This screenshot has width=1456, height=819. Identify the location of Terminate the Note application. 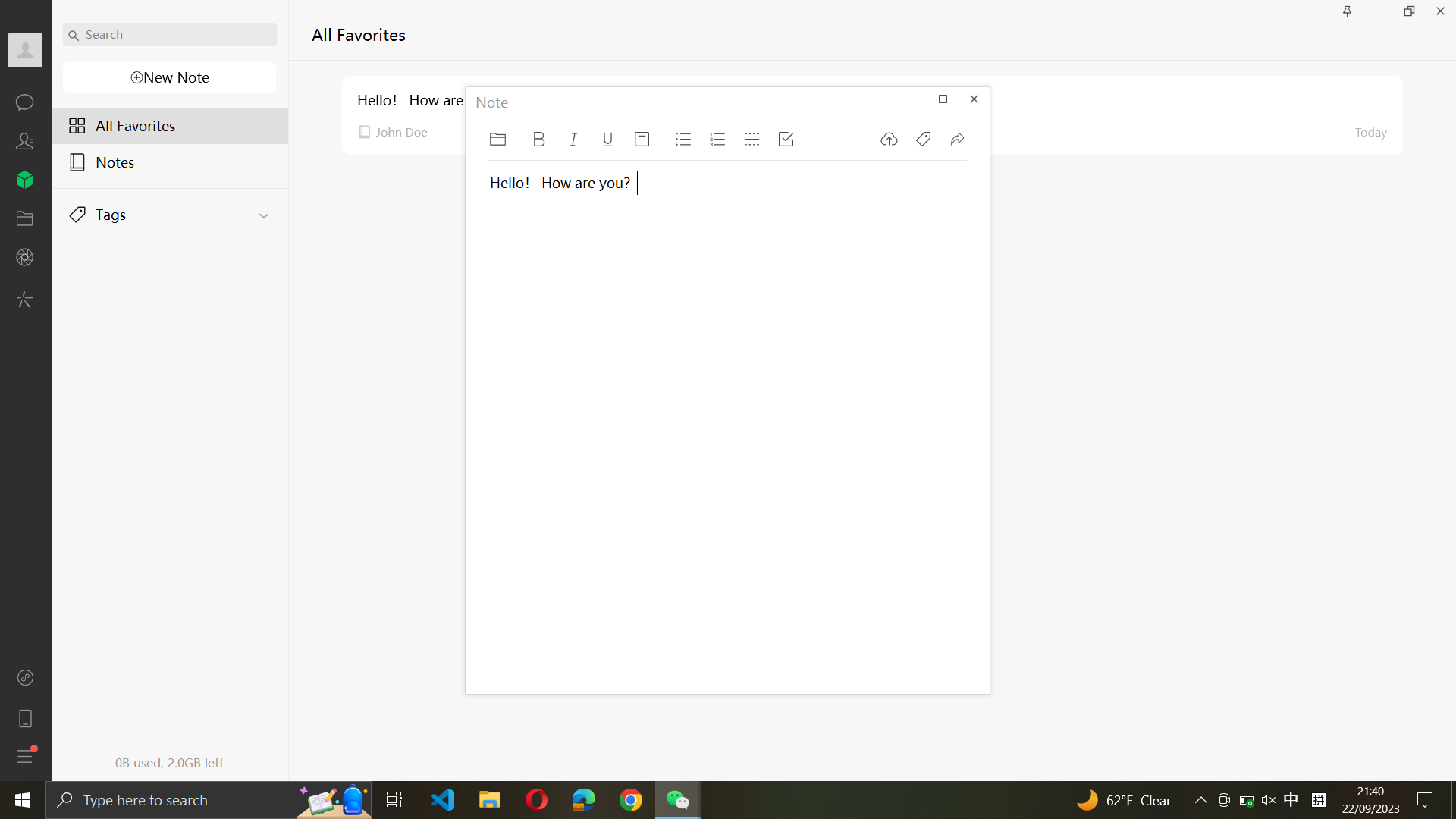
(974, 99).